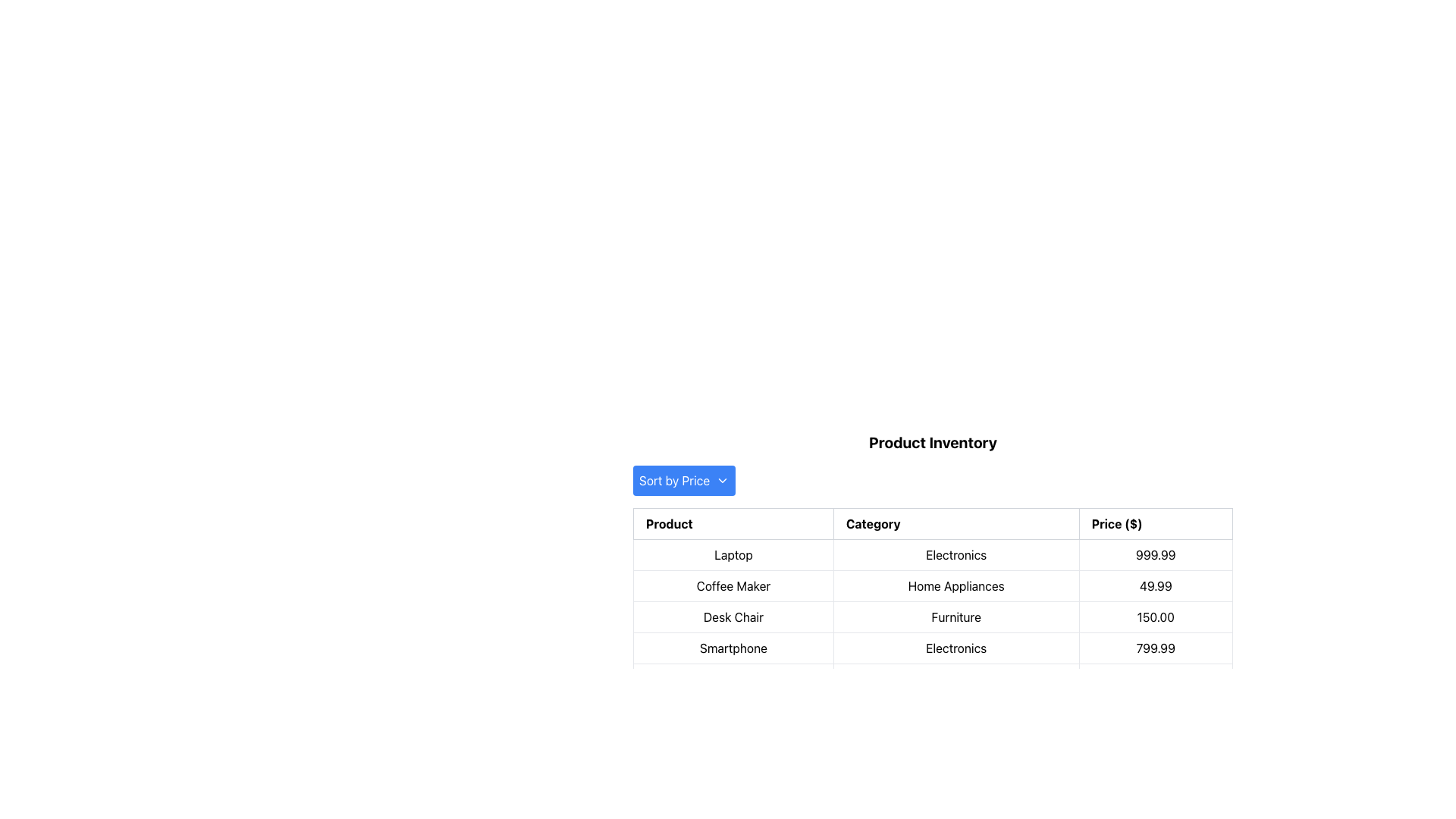 The image size is (1456, 819). I want to click on the fourth row in the product inventory table that displays information about the product 'Smartphone', categorized under 'Electronics' and priced at $799.99, so click(932, 648).